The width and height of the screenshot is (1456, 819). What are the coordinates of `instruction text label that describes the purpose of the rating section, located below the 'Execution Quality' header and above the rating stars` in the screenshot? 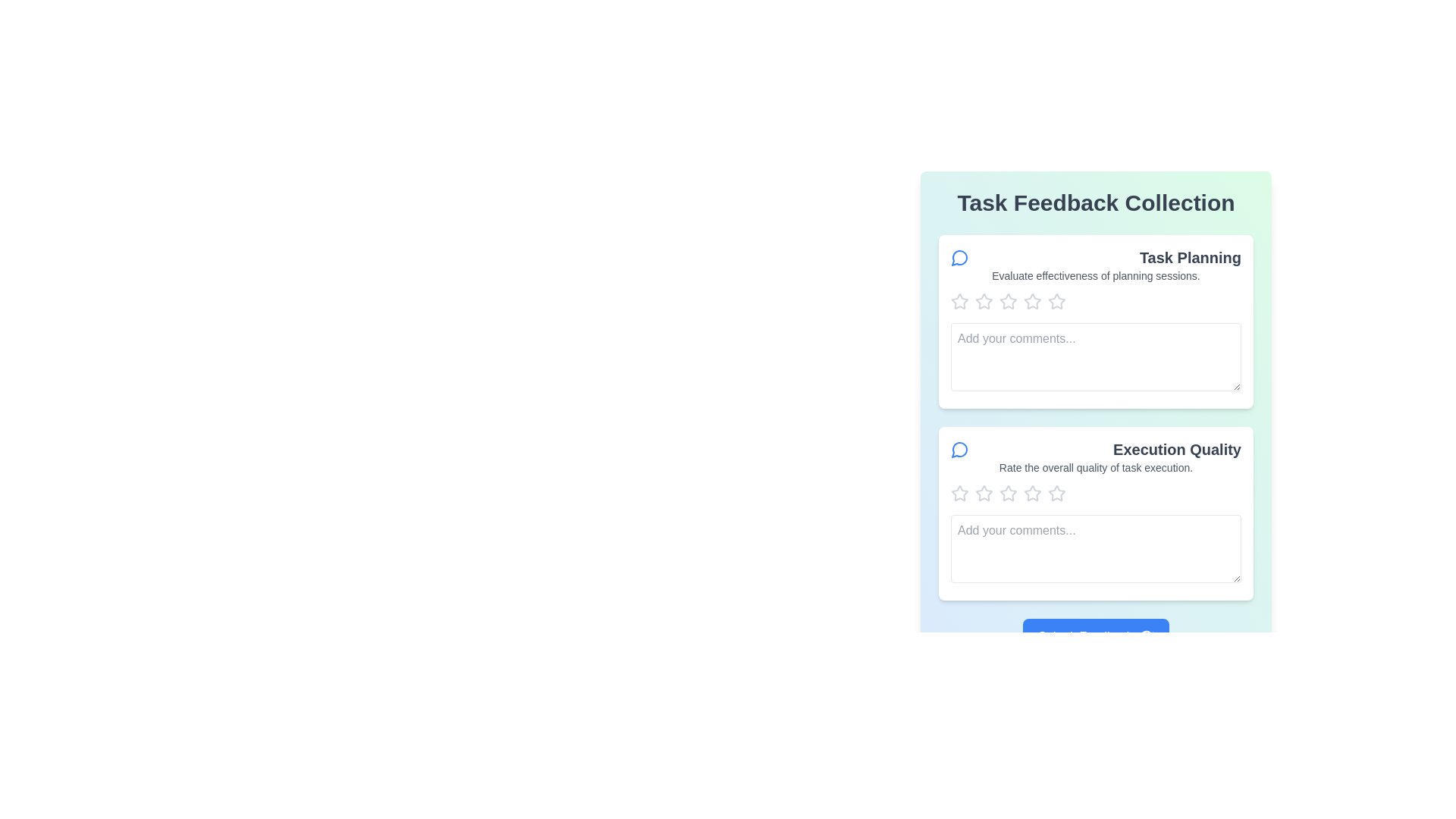 It's located at (1096, 467).